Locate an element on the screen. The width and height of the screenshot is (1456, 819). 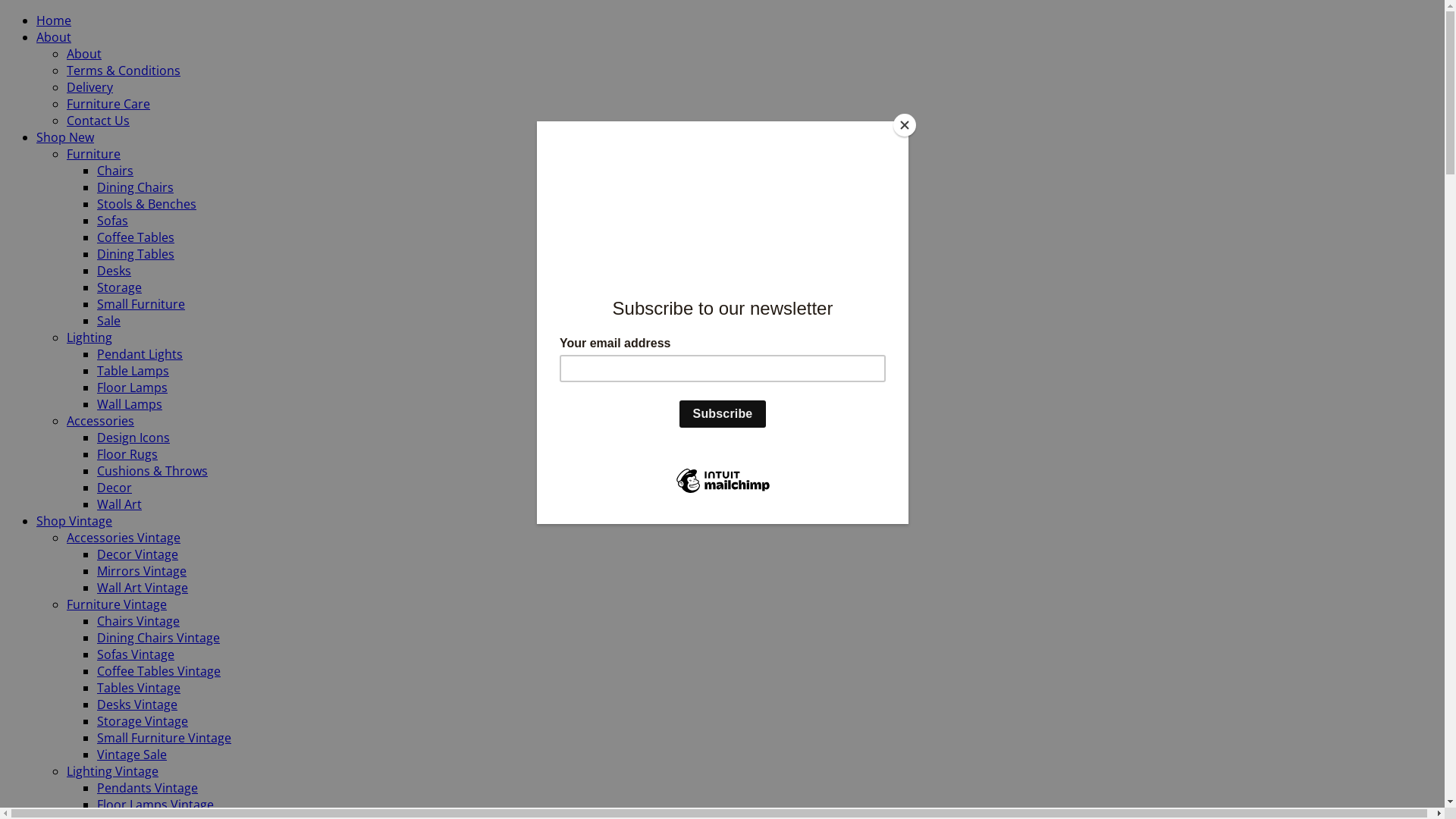
'Wall Art Vintage' is located at coordinates (142, 587).